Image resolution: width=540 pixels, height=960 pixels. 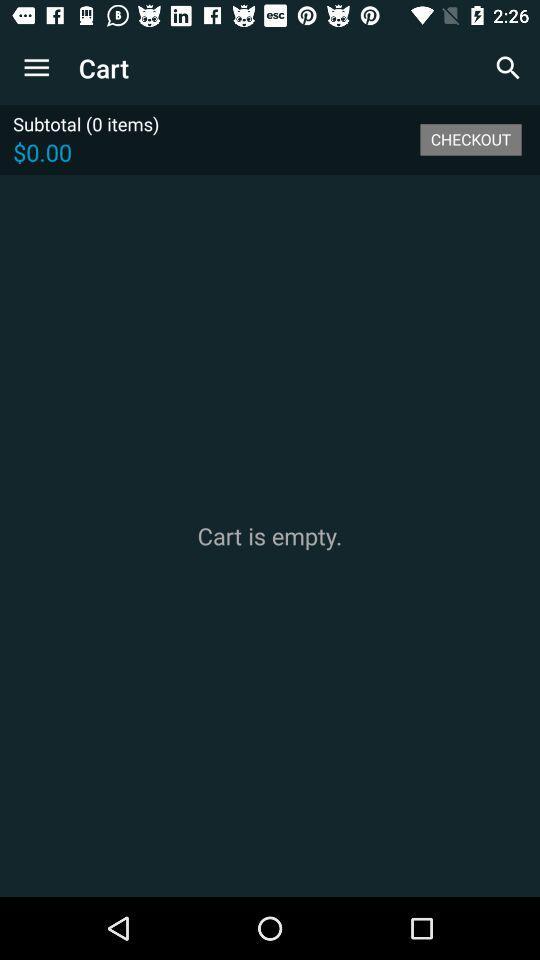 What do you see at coordinates (508, 68) in the screenshot?
I see `icon next to the cart` at bounding box center [508, 68].